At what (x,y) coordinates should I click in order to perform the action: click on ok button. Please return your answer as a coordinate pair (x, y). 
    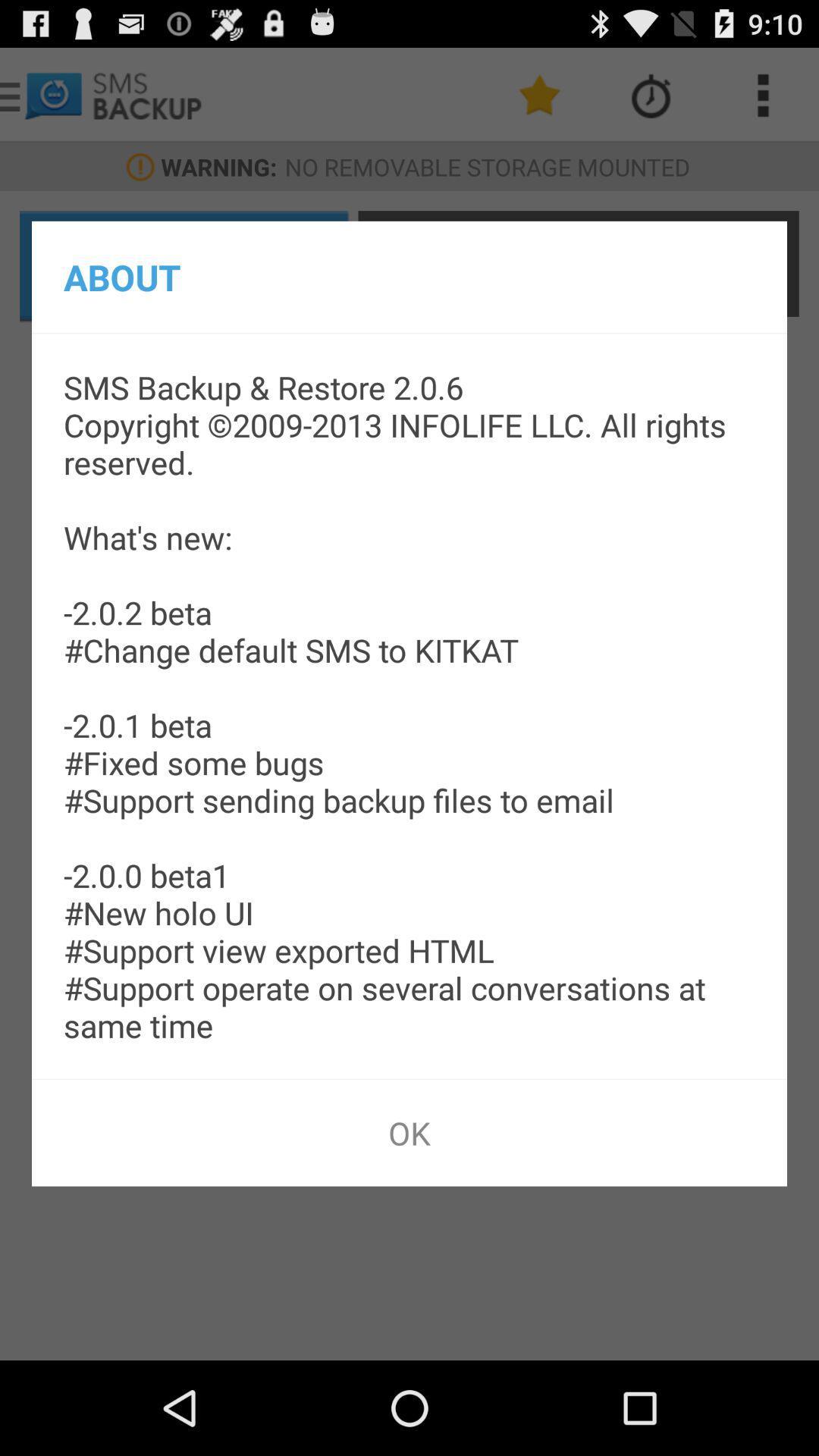
    Looking at the image, I should click on (409, 1132).